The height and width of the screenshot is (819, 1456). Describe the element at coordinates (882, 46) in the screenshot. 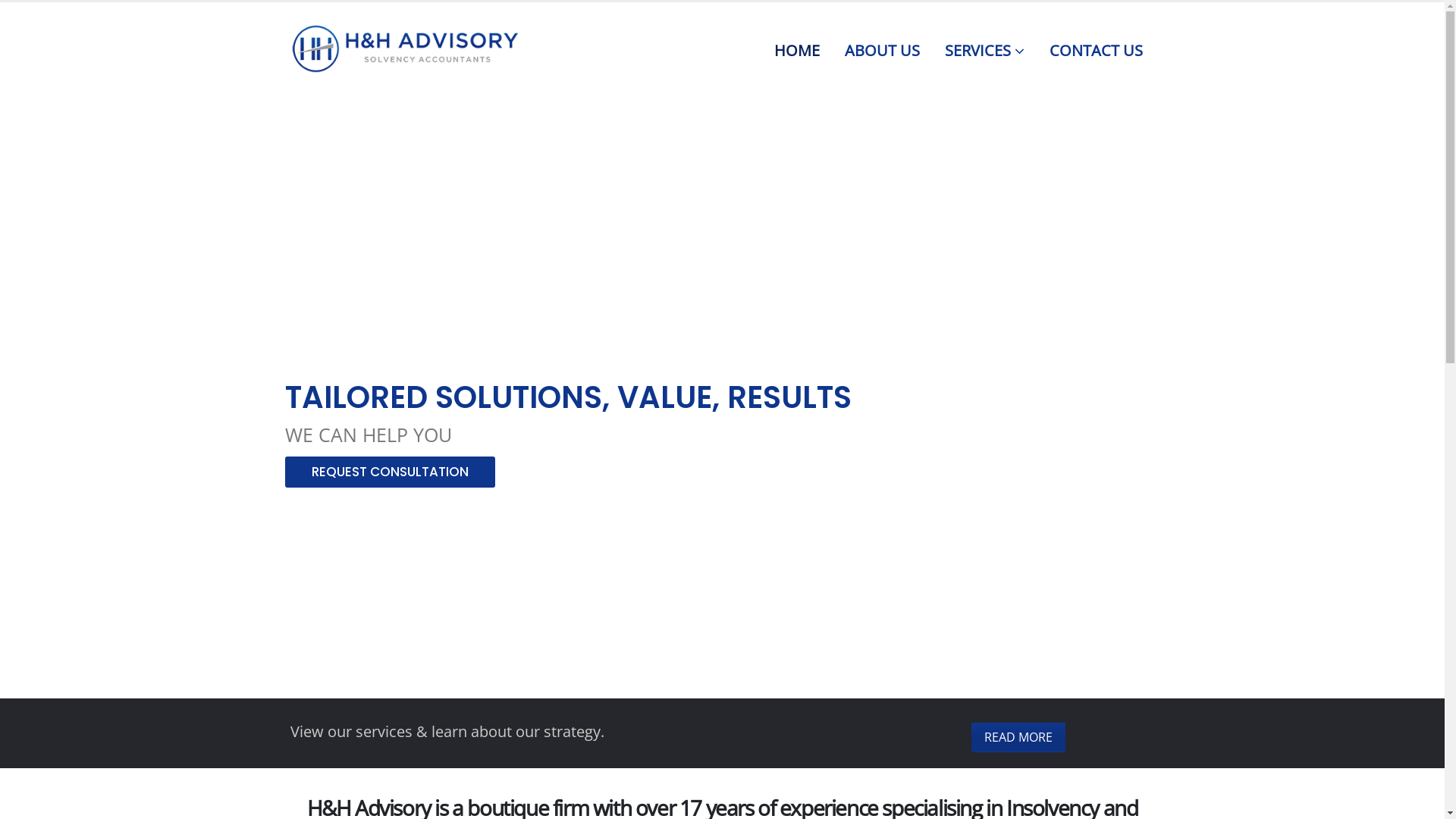

I see `'ABOUT US'` at that location.